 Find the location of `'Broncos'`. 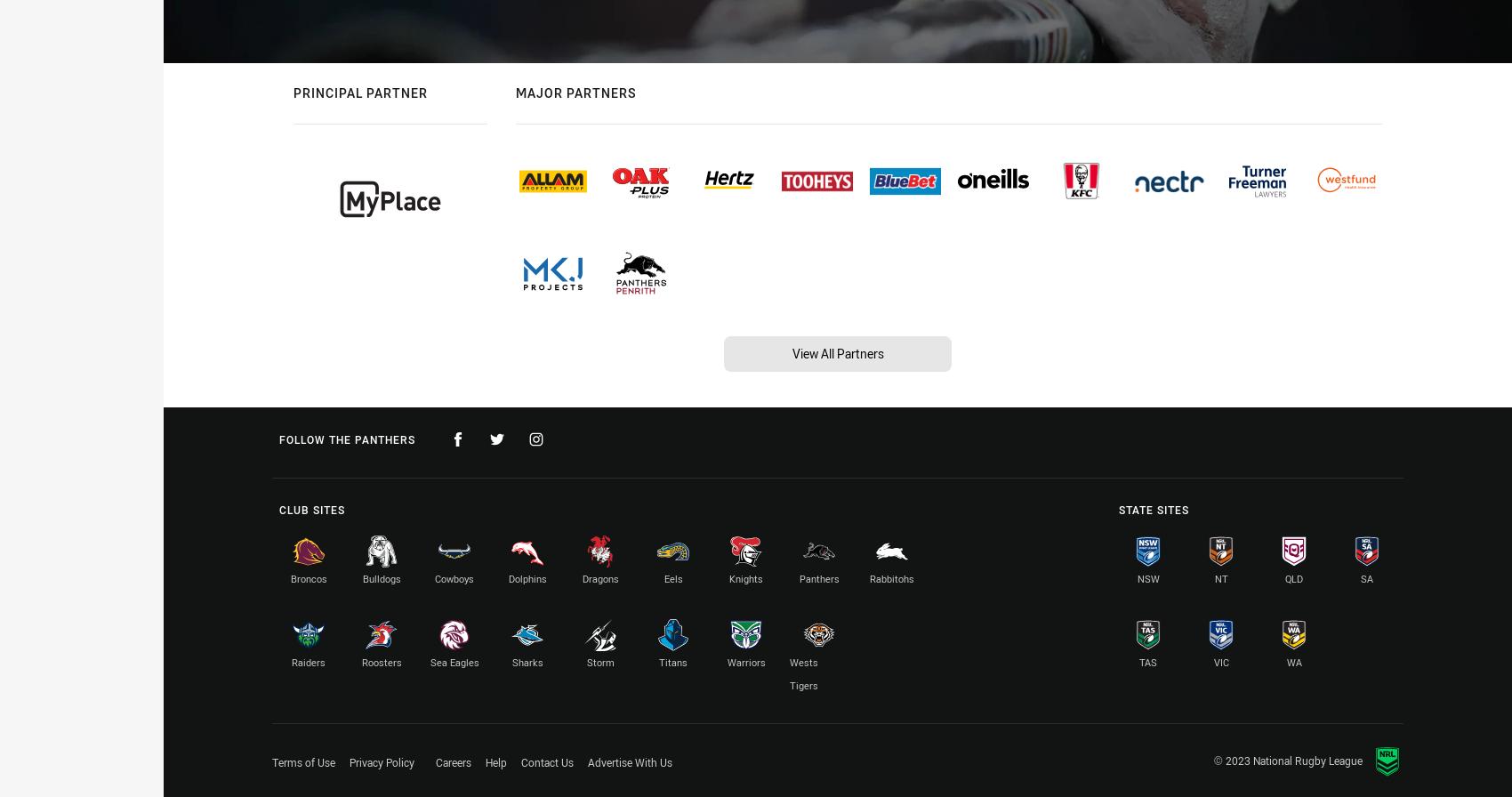

'Broncos' is located at coordinates (307, 578).